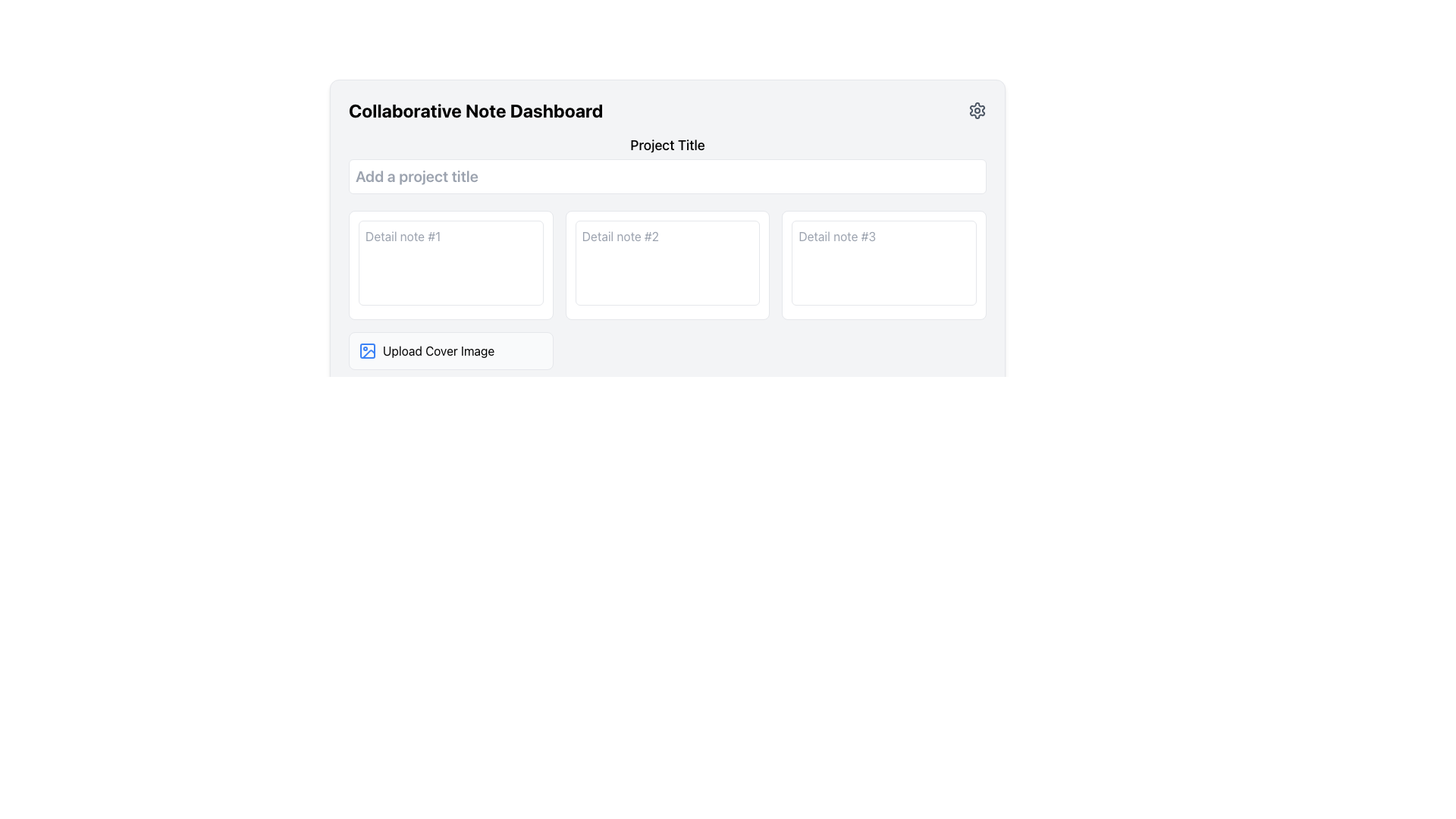 The height and width of the screenshot is (819, 1456). What do you see at coordinates (977, 110) in the screenshot?
I see `the gear-shaped icon button located at the top-right corner of the 'Collaborative Note Dashboard' header` at bounding box center [977, 110].